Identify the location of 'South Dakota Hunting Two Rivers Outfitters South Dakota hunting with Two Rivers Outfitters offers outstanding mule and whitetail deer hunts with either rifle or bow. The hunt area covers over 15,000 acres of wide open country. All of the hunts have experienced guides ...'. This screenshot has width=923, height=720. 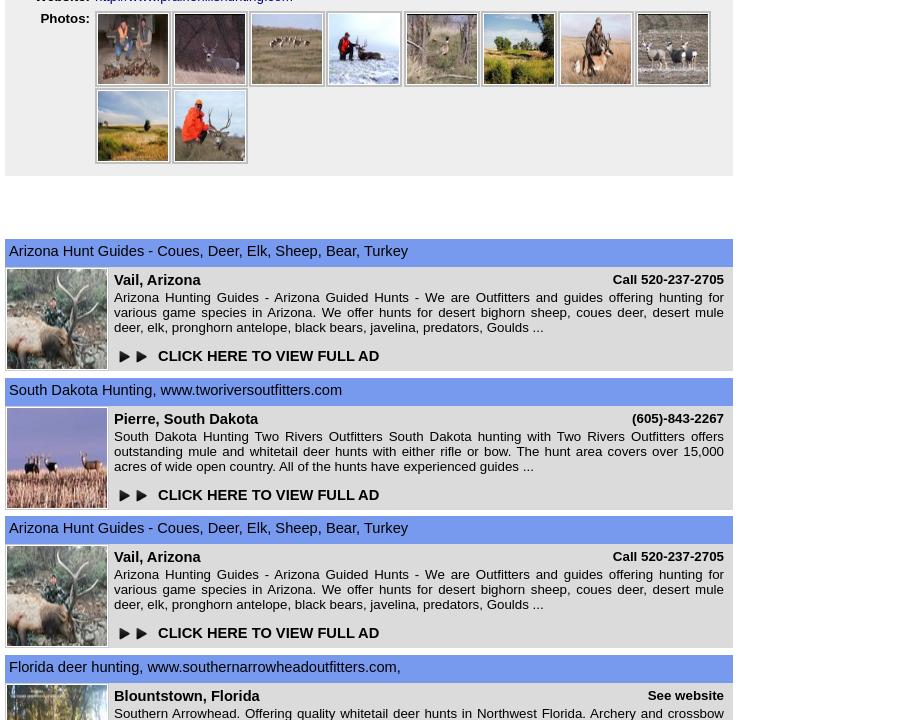
(419, 450).